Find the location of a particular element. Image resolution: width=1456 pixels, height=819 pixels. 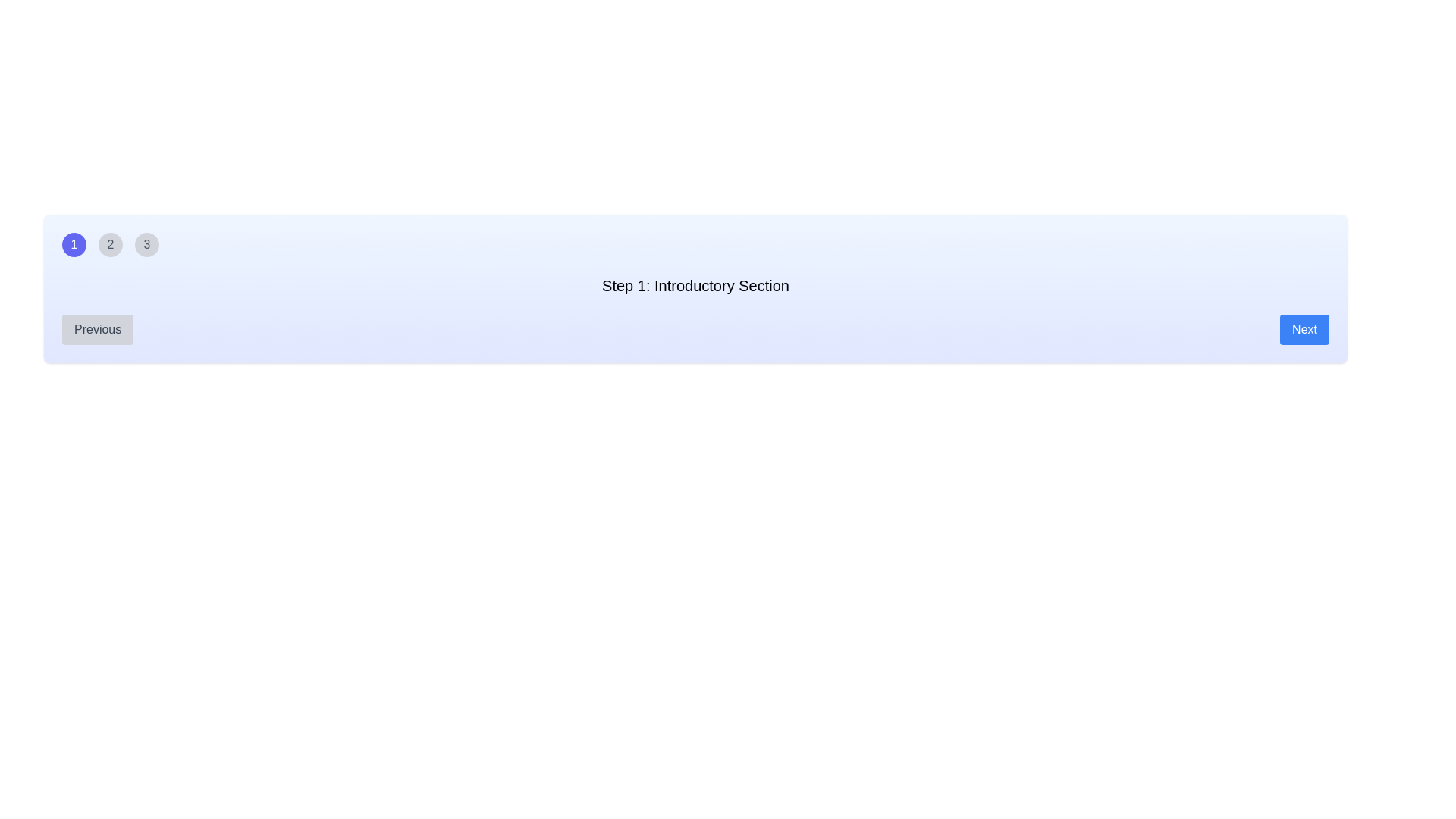

the circular button with a gray background and dark gray text displaying the number '3' is located at coordinates (146, 244).